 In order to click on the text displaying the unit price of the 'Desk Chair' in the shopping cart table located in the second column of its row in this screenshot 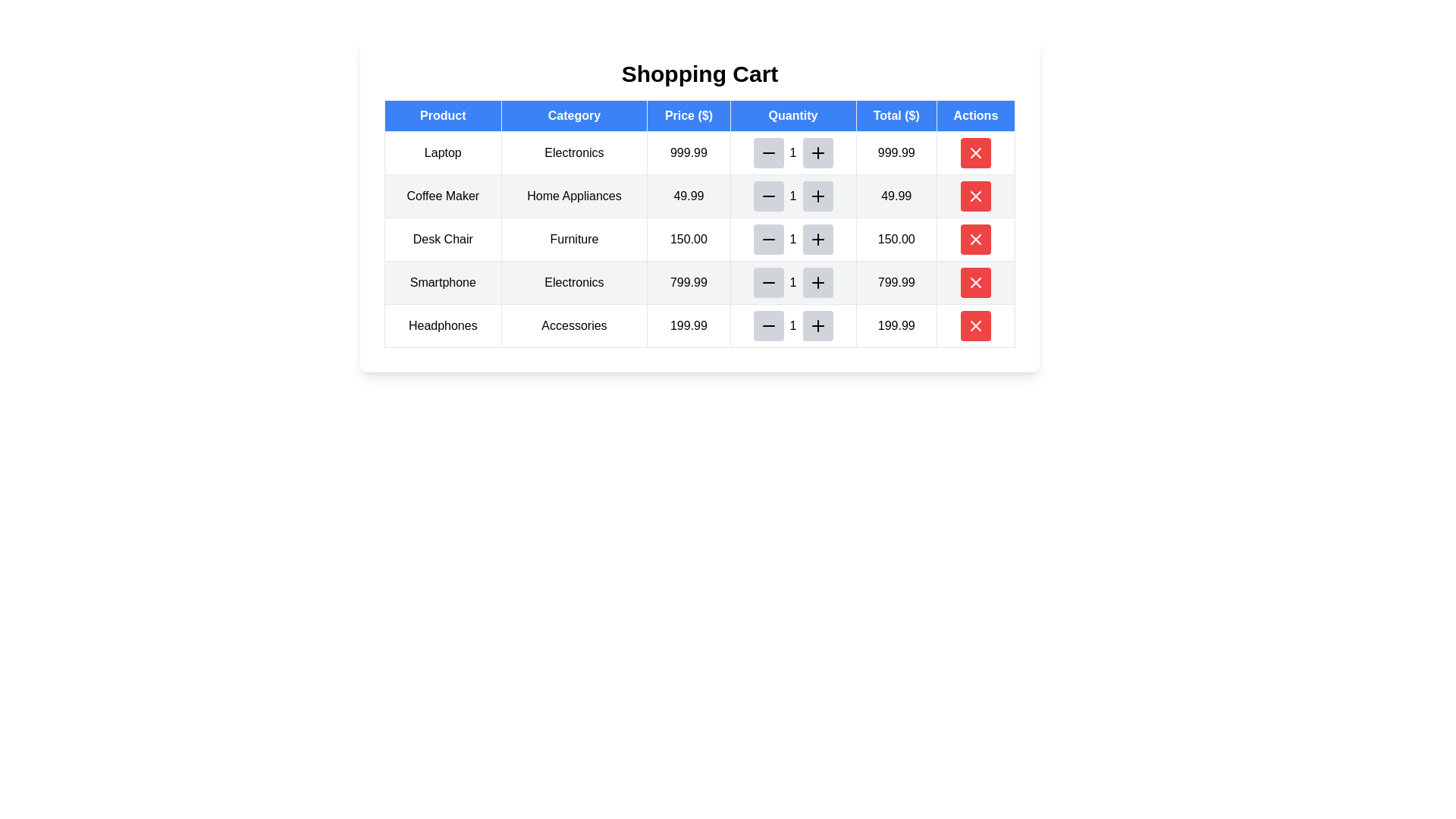, I will do `click(688, 239)`.